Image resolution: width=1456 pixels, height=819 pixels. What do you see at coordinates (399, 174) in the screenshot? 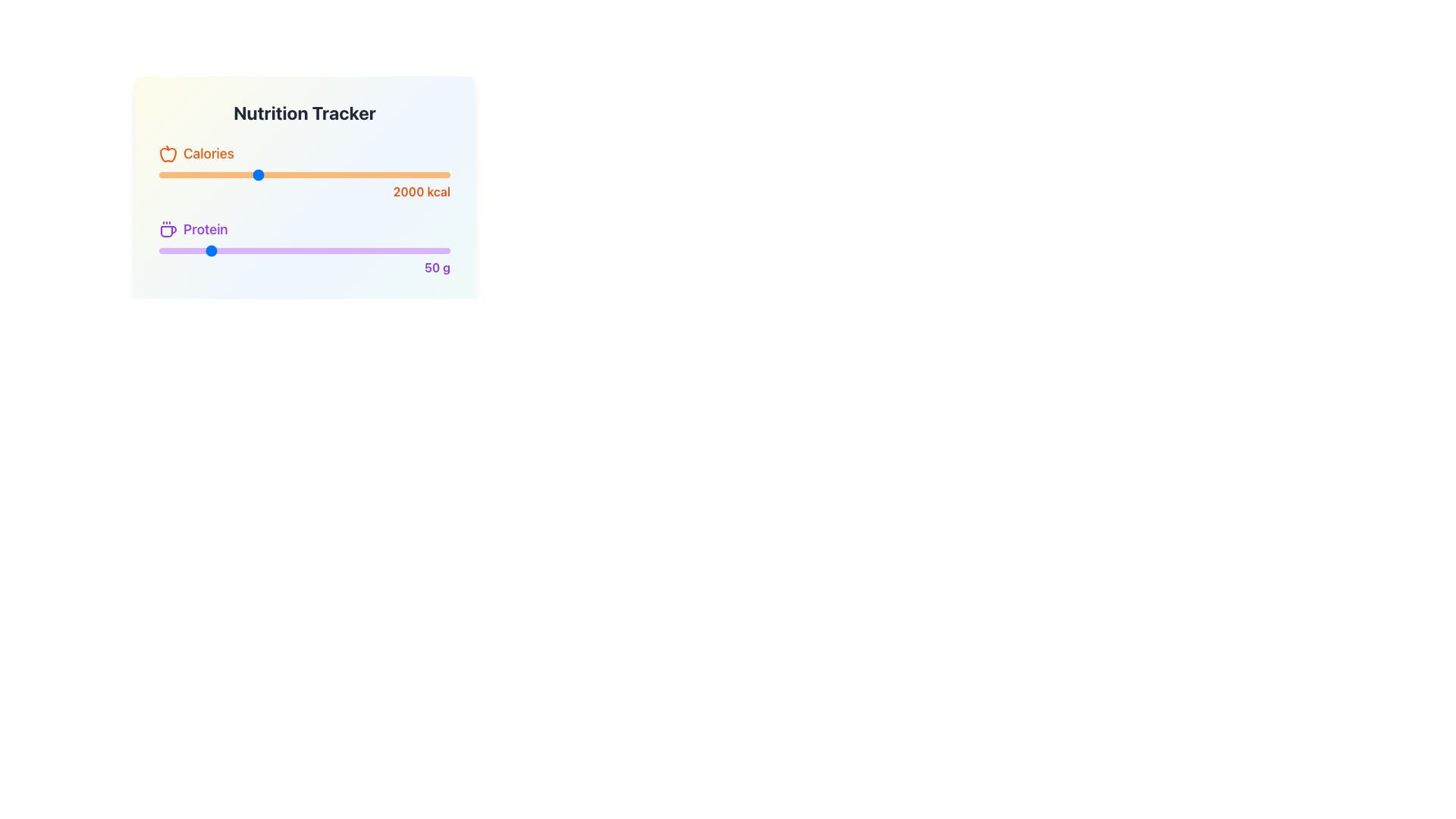
I see `calorie goal` at bounding box center [399, 174].